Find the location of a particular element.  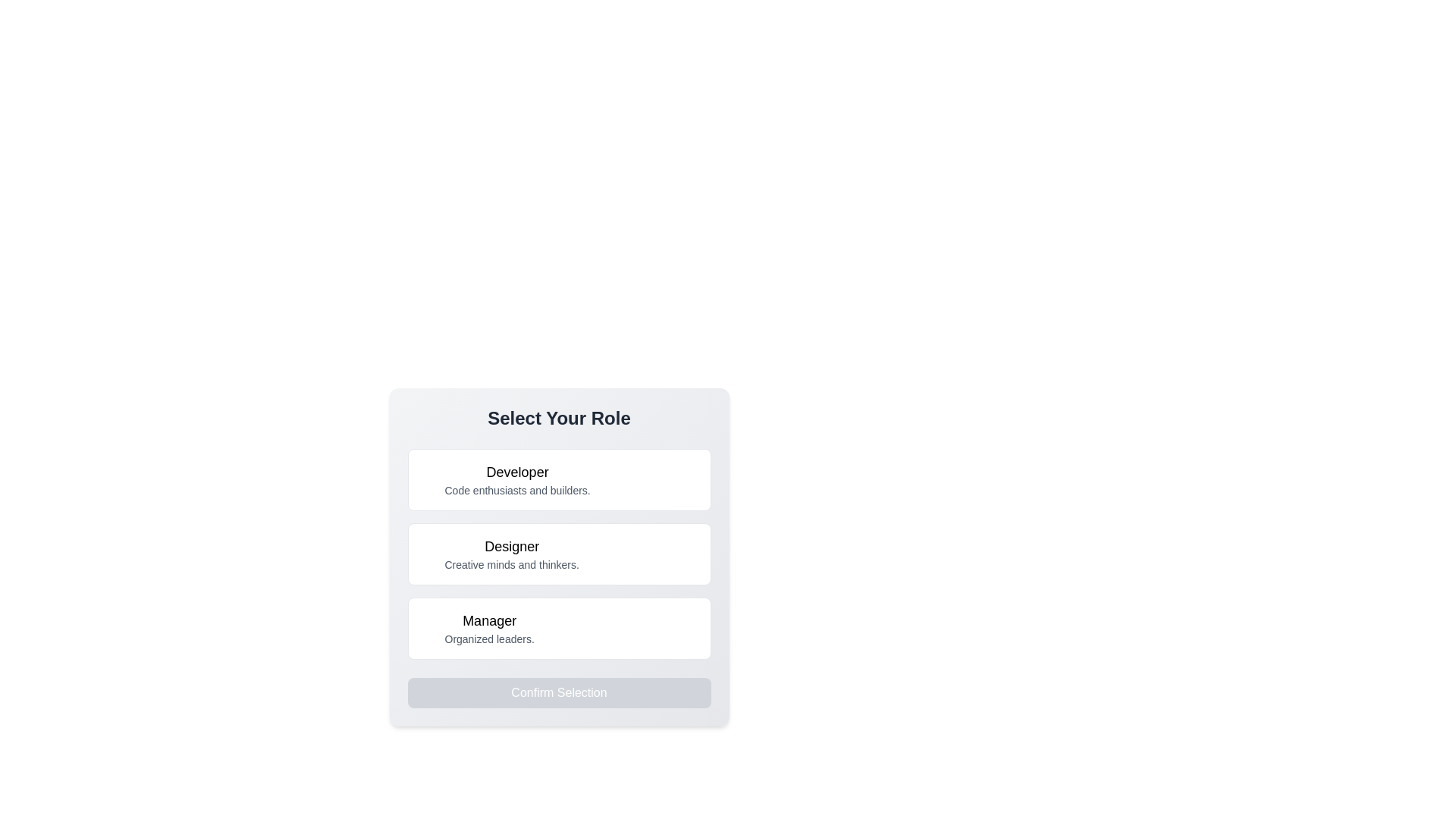

the subtitle text 'Code enthusiasts and builders.' which is located beneath the 'Developer' label in the first option box of the vertical list of roles is located at coordinates (517, 491).